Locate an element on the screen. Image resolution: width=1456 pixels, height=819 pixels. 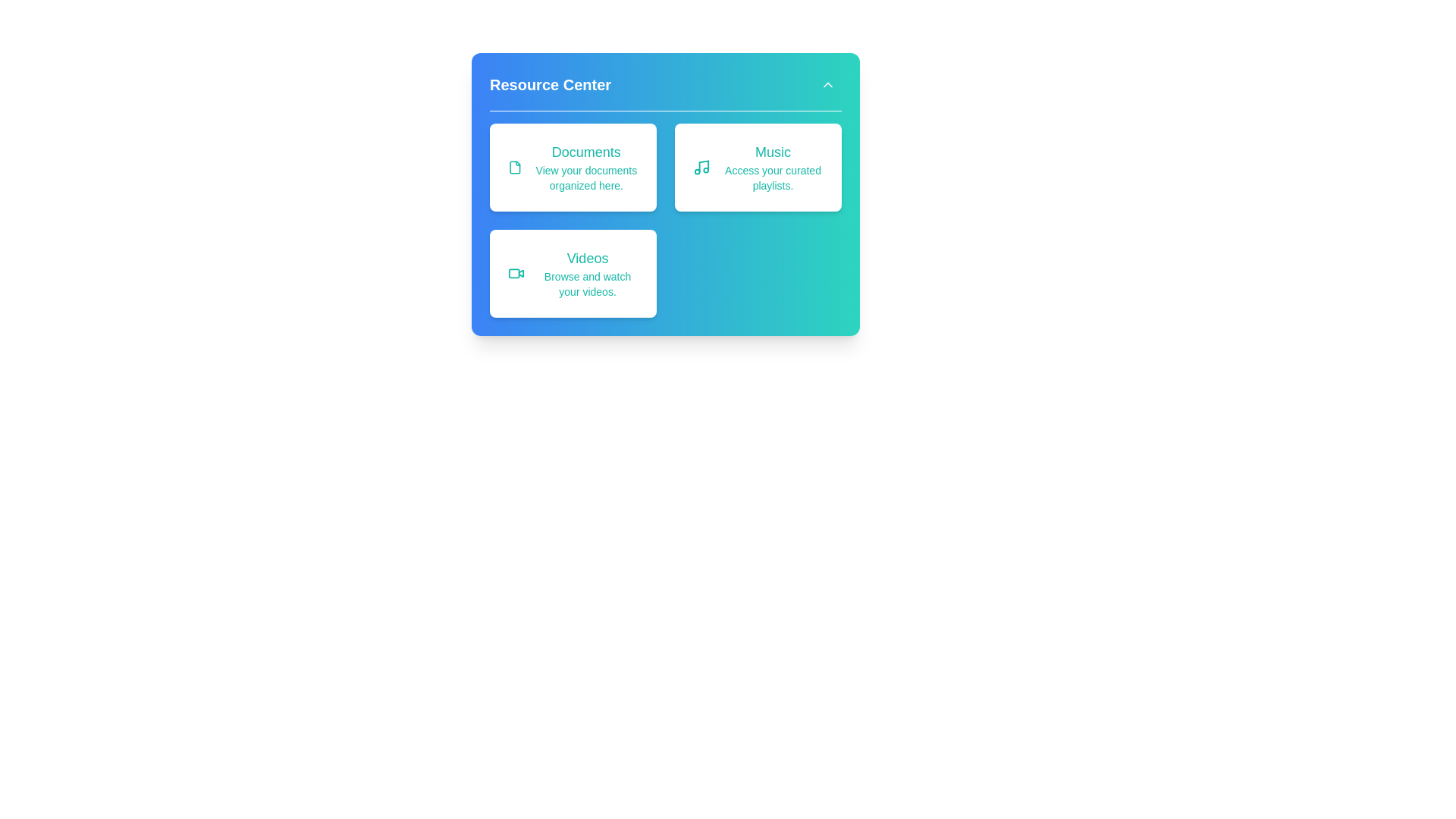
the menu item Videos to observe its hover effect is located at coordinates (572, 274).